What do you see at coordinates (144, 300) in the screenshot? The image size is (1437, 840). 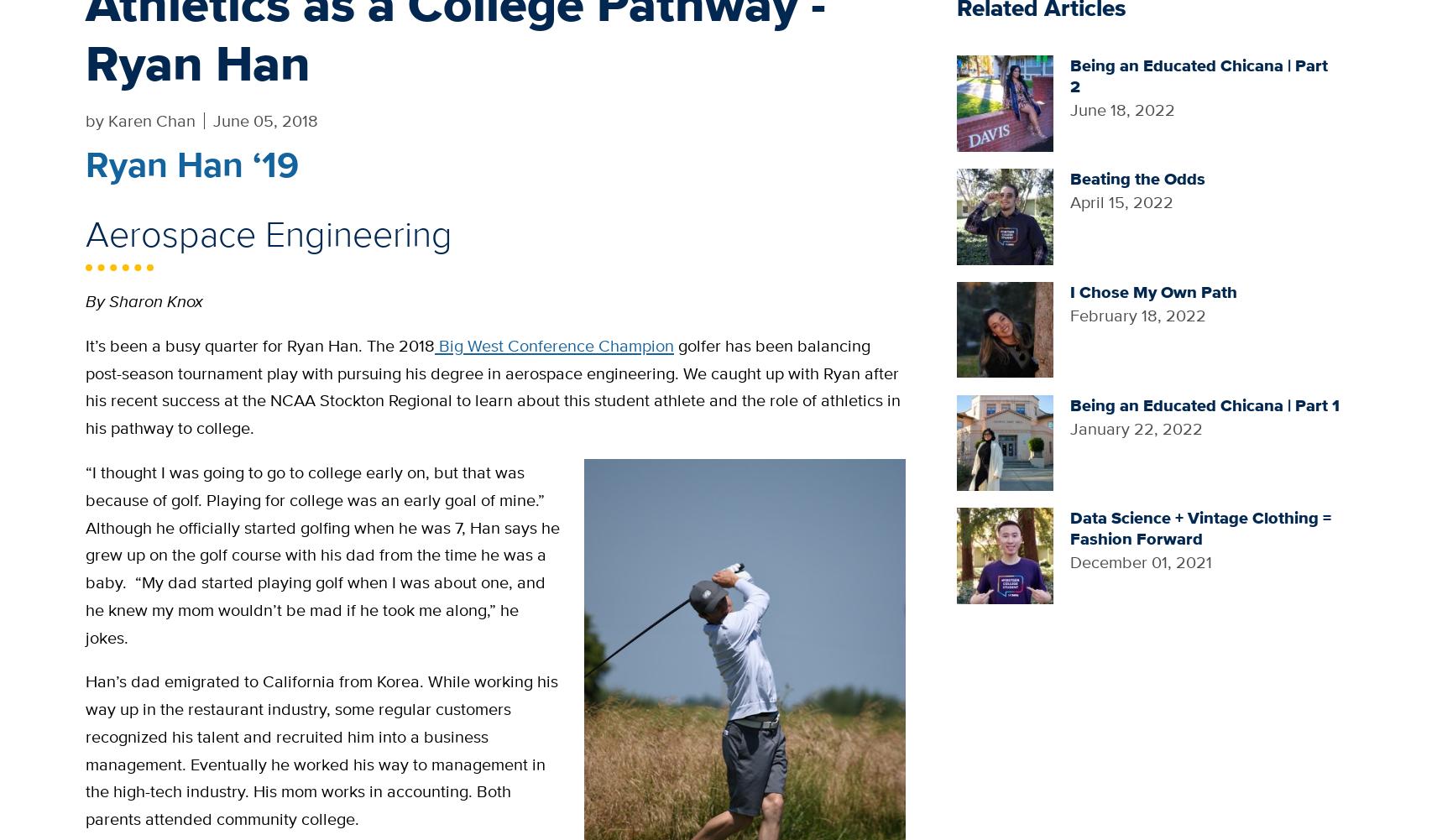 I see `'By Sharon Knox'` at bounding box center [144, 300].